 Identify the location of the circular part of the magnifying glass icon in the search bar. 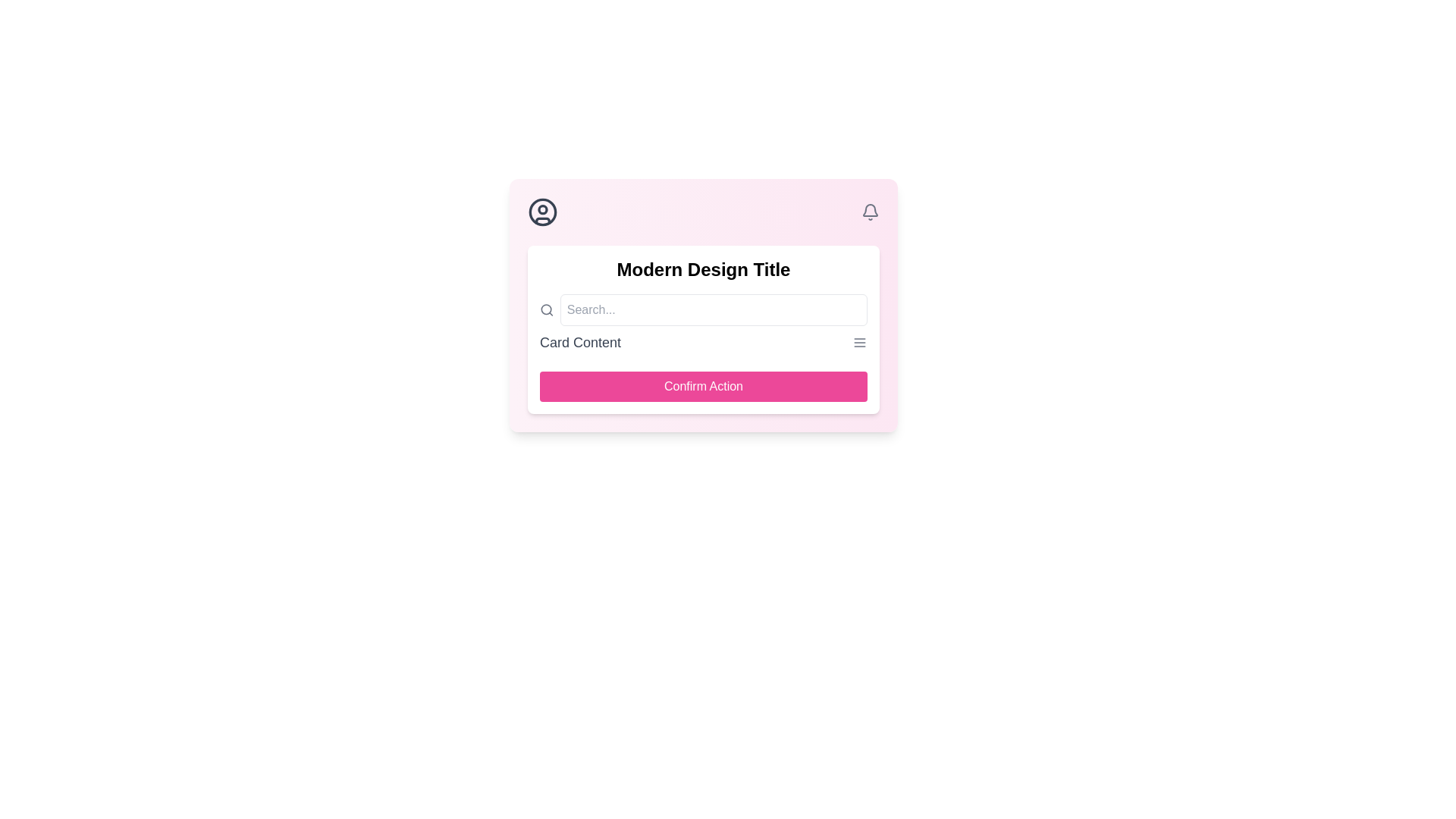
(546, 309).